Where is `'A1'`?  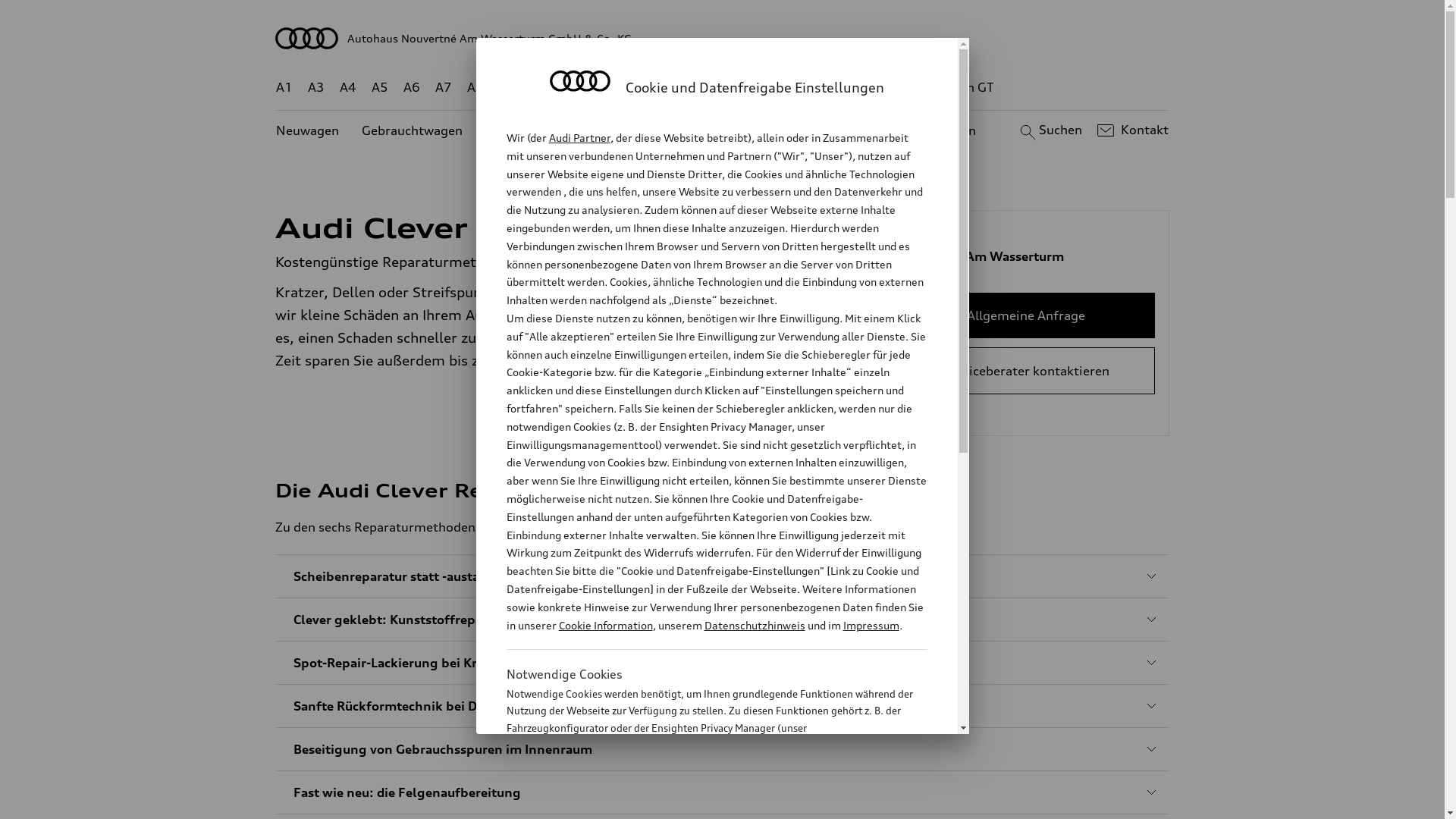
'A1' is located at coordinates (284, 87).